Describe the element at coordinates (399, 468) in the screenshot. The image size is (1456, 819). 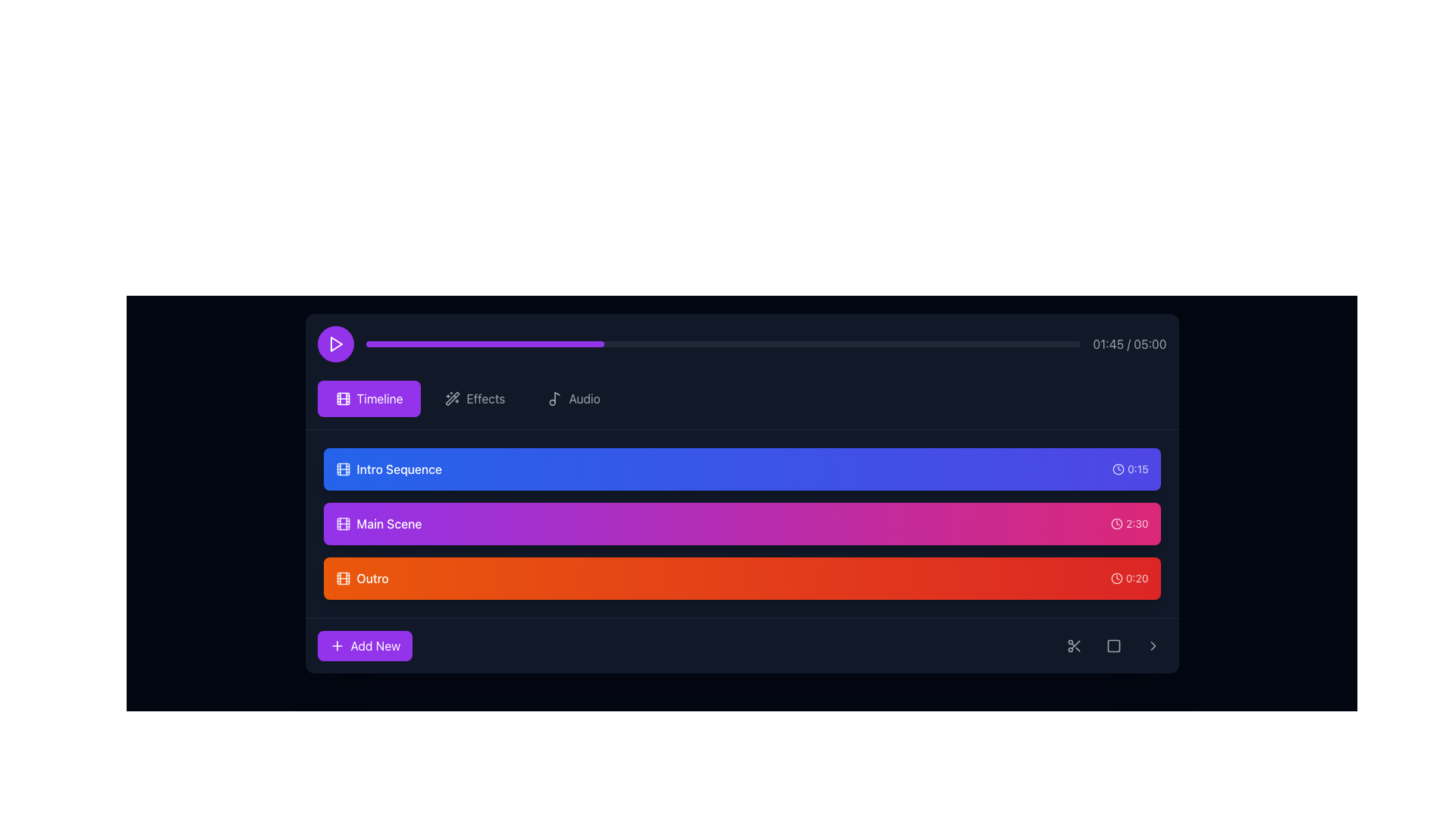
I see `the 'Intro Sequence' text label displayed in white font against a vivid blue background` at that location.